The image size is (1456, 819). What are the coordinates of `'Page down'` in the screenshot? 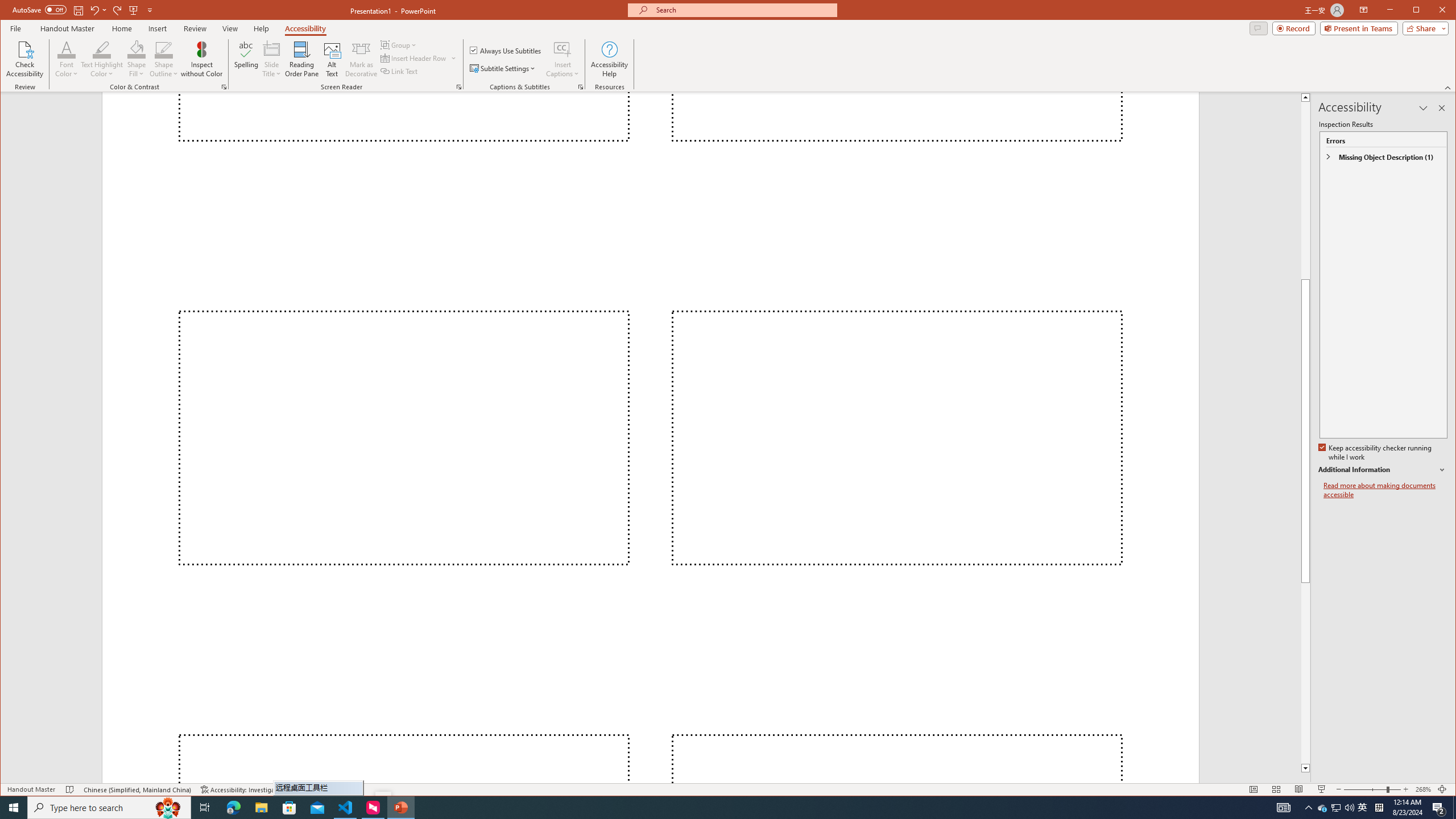 It's located at (1305, 584).